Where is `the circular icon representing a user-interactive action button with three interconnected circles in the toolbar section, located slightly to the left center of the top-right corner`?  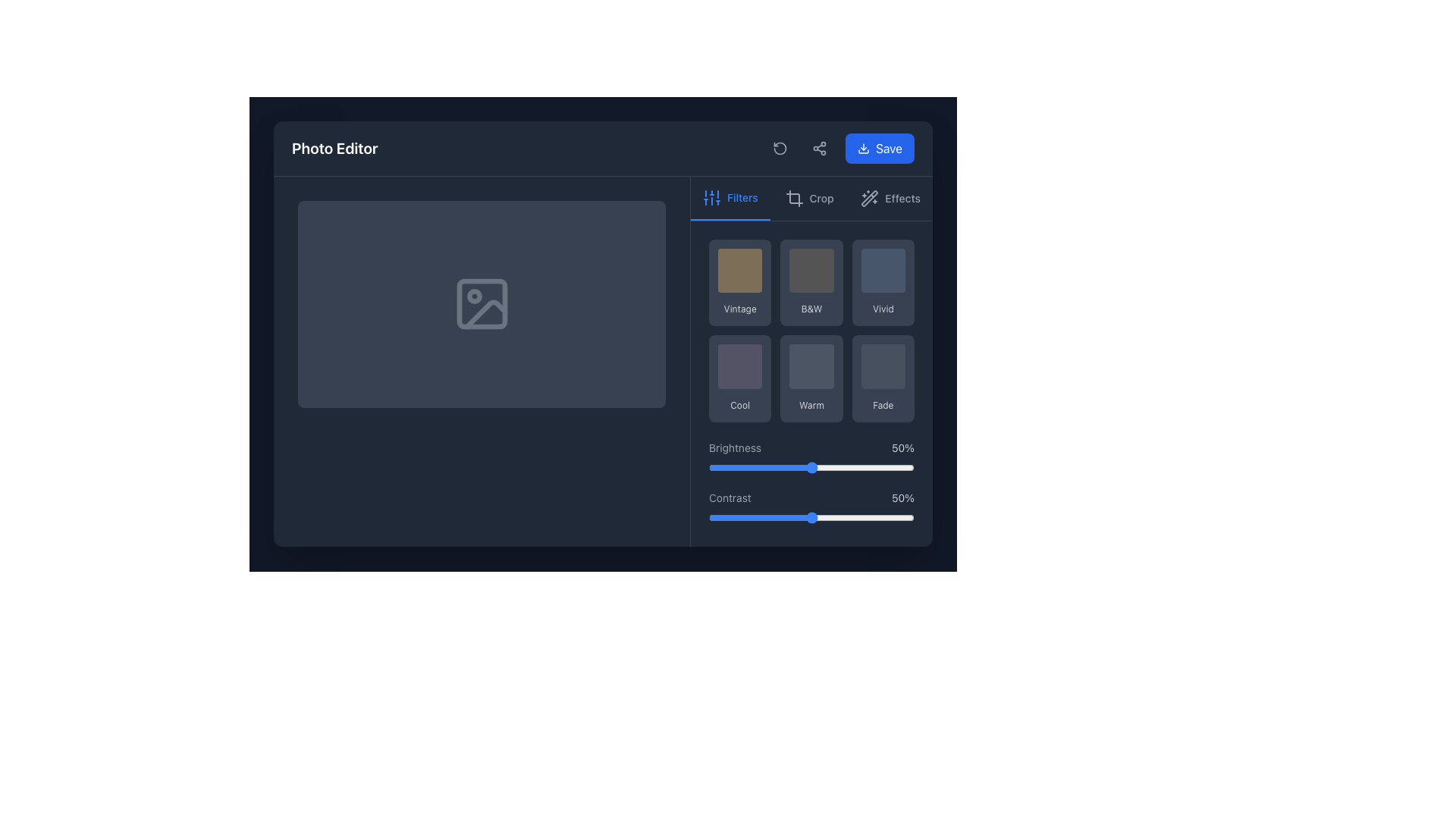
the circular icon representing a user-interactive action button with three interconnected circles in the toolbar section, located slightly to the left center of the top-right corner is located at coordinates (818, 149).